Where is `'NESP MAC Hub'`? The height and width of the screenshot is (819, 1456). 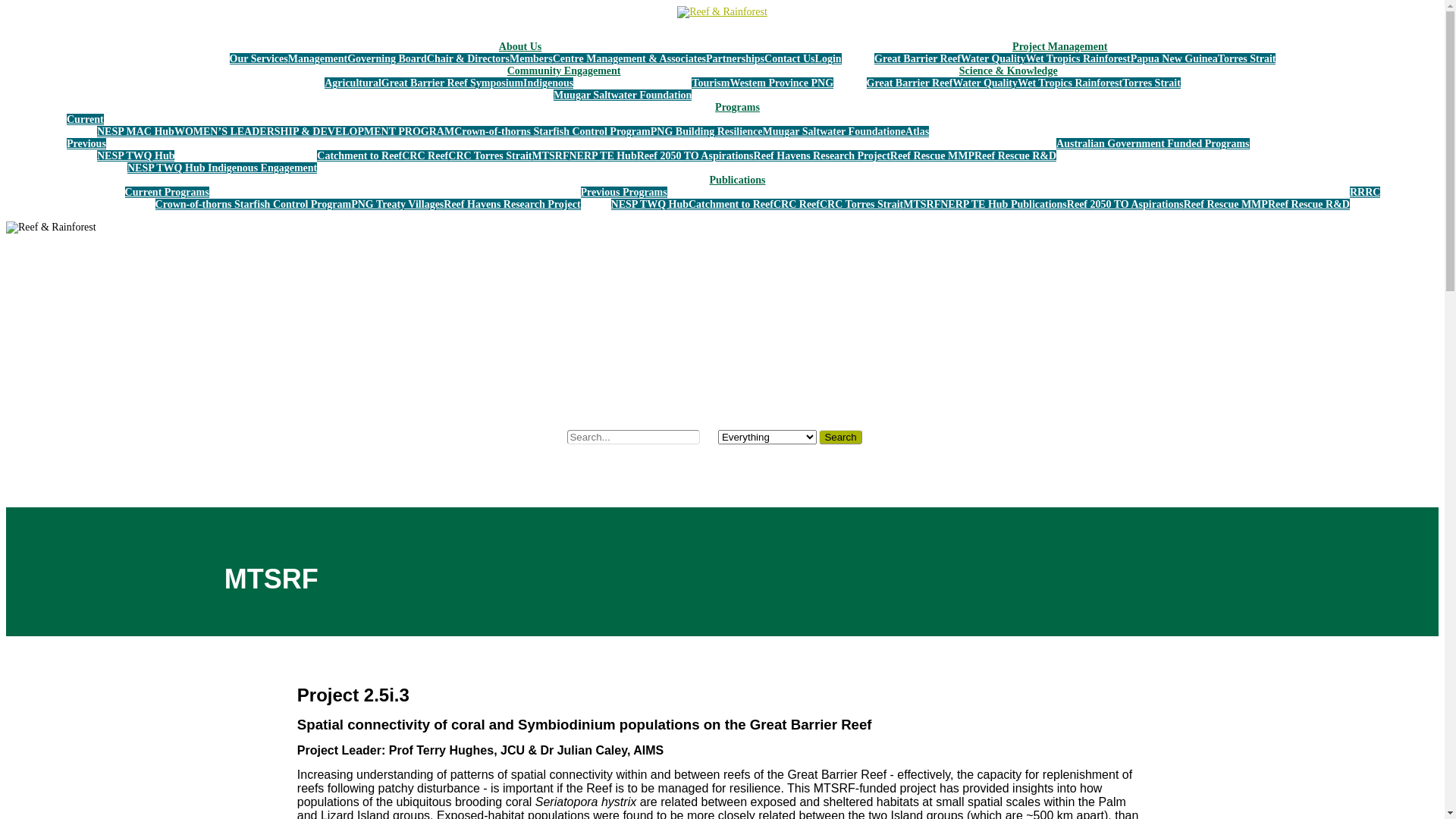
'NESP MAC Hub' is located at coordinates (135, 130).